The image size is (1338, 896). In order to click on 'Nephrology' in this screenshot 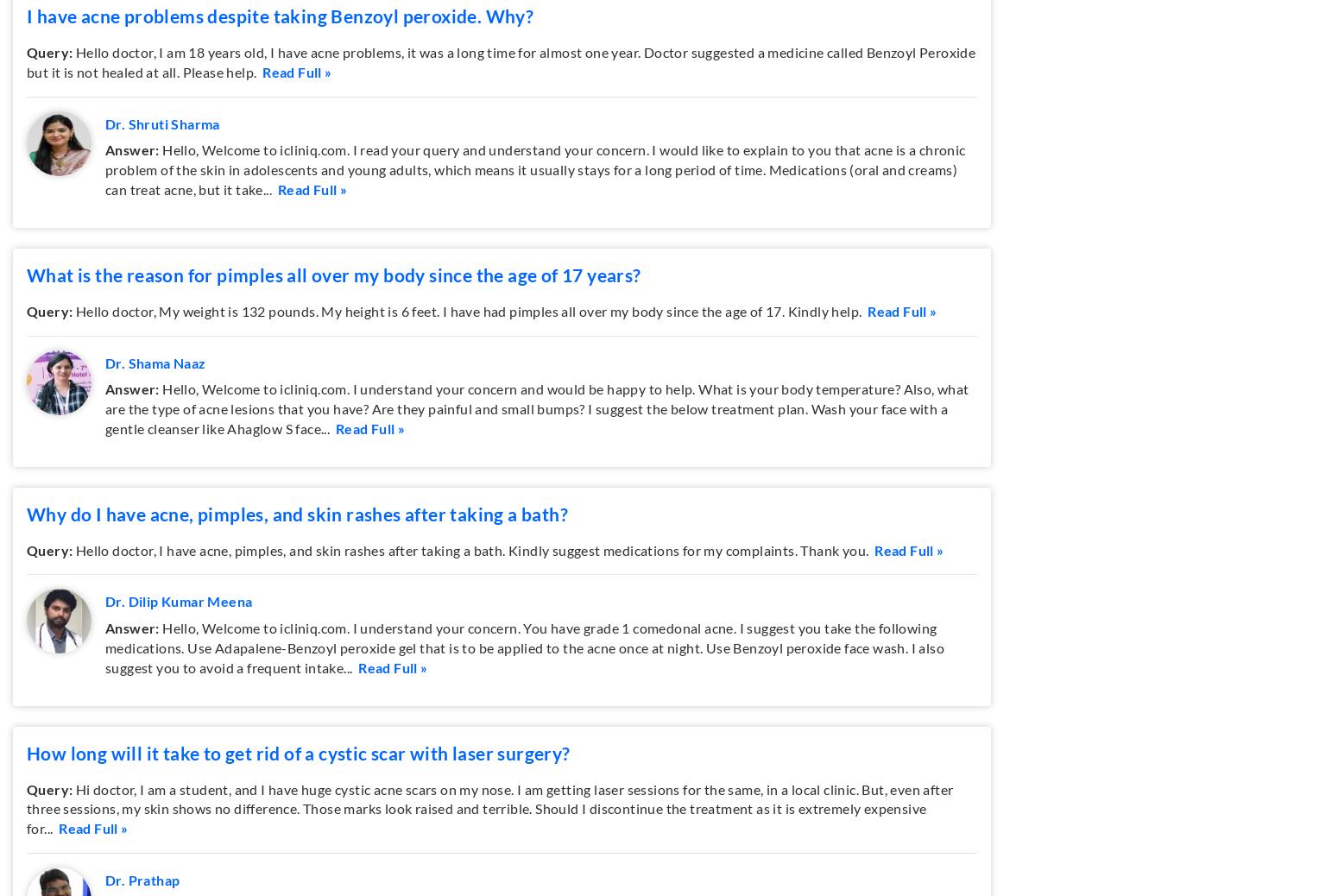, I will do `click(446, 135)`.